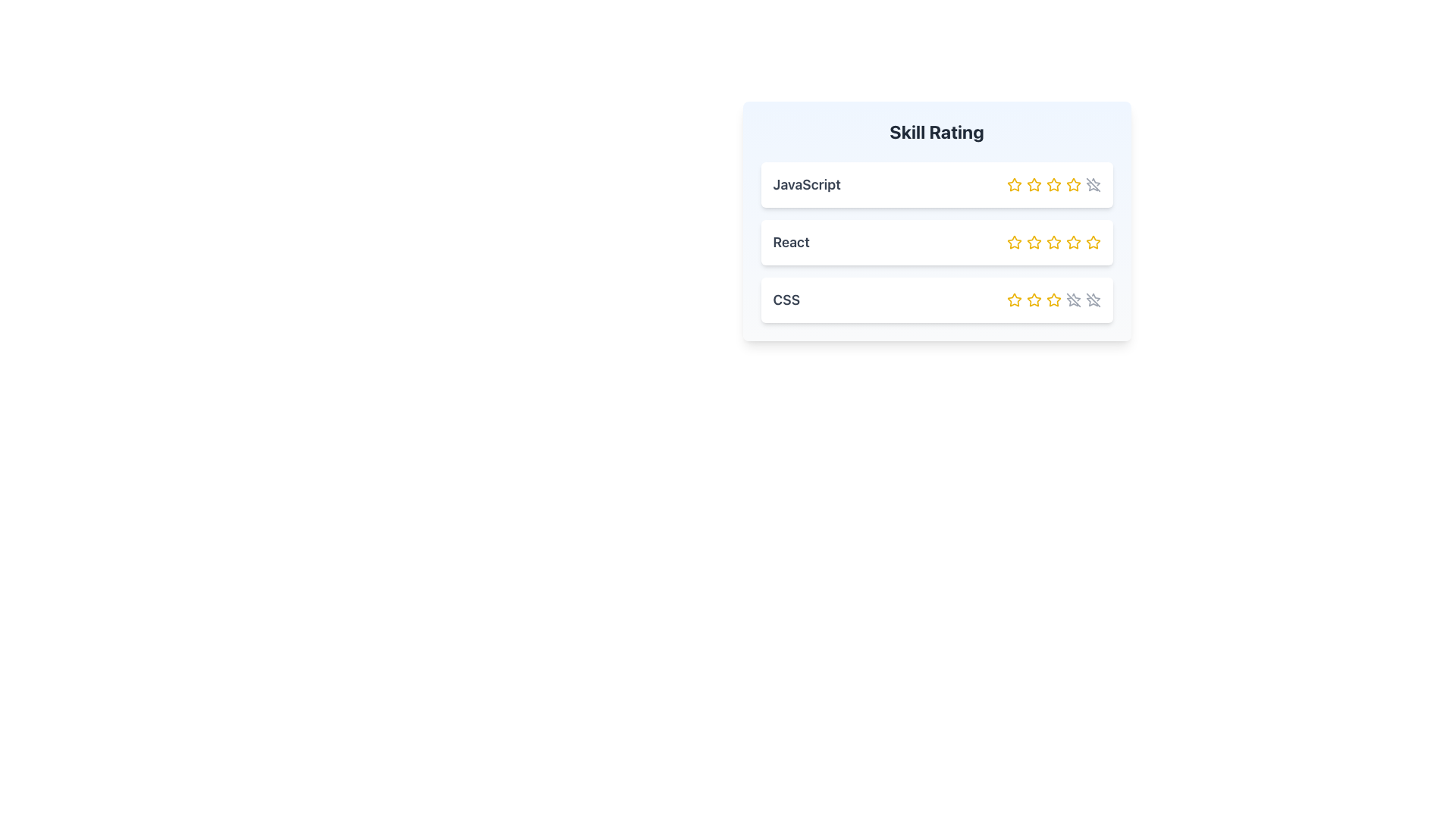 This screenshot has height=819, width=1456. Describe the element at coordinates (1053, 184) in the screenshot. I see `the fourth star icon in the 'Skill Rating' section next to the 'JavaScript' label` at that location.